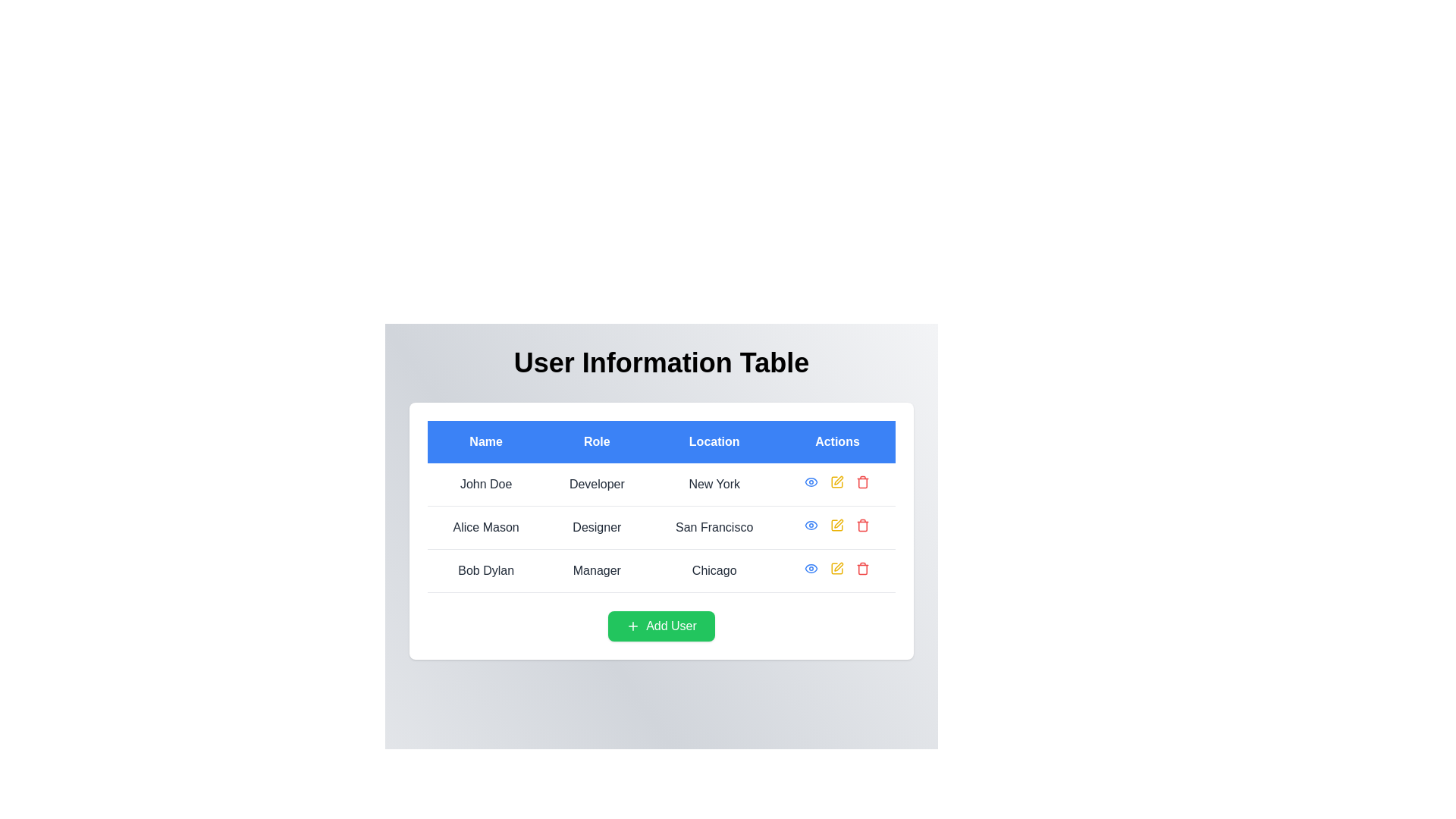 The image size is (1456, 819). Describe the element at coordinates (862, 482) in the screenshot. I see `the trash icon in the 'Actions' column of the table` at that location.